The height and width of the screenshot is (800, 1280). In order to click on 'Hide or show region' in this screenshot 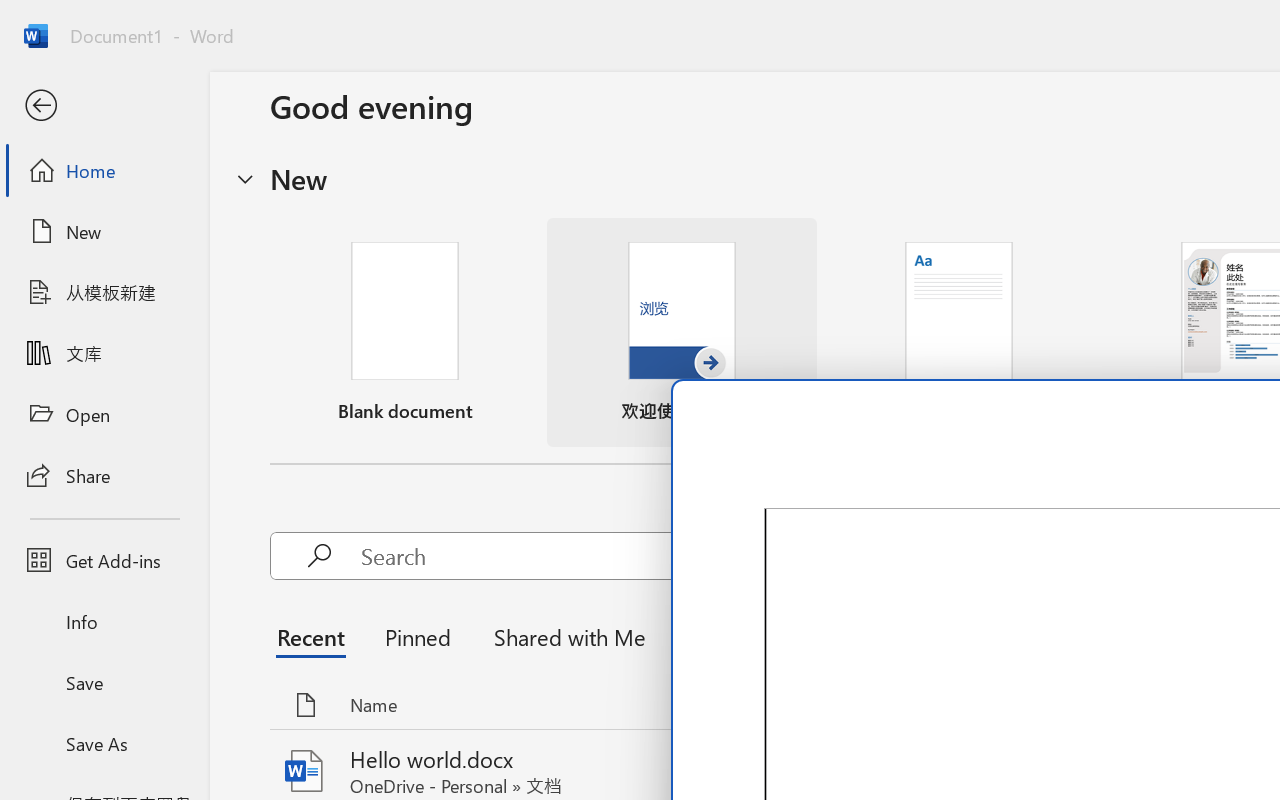, I will do `click(244, 177)`.